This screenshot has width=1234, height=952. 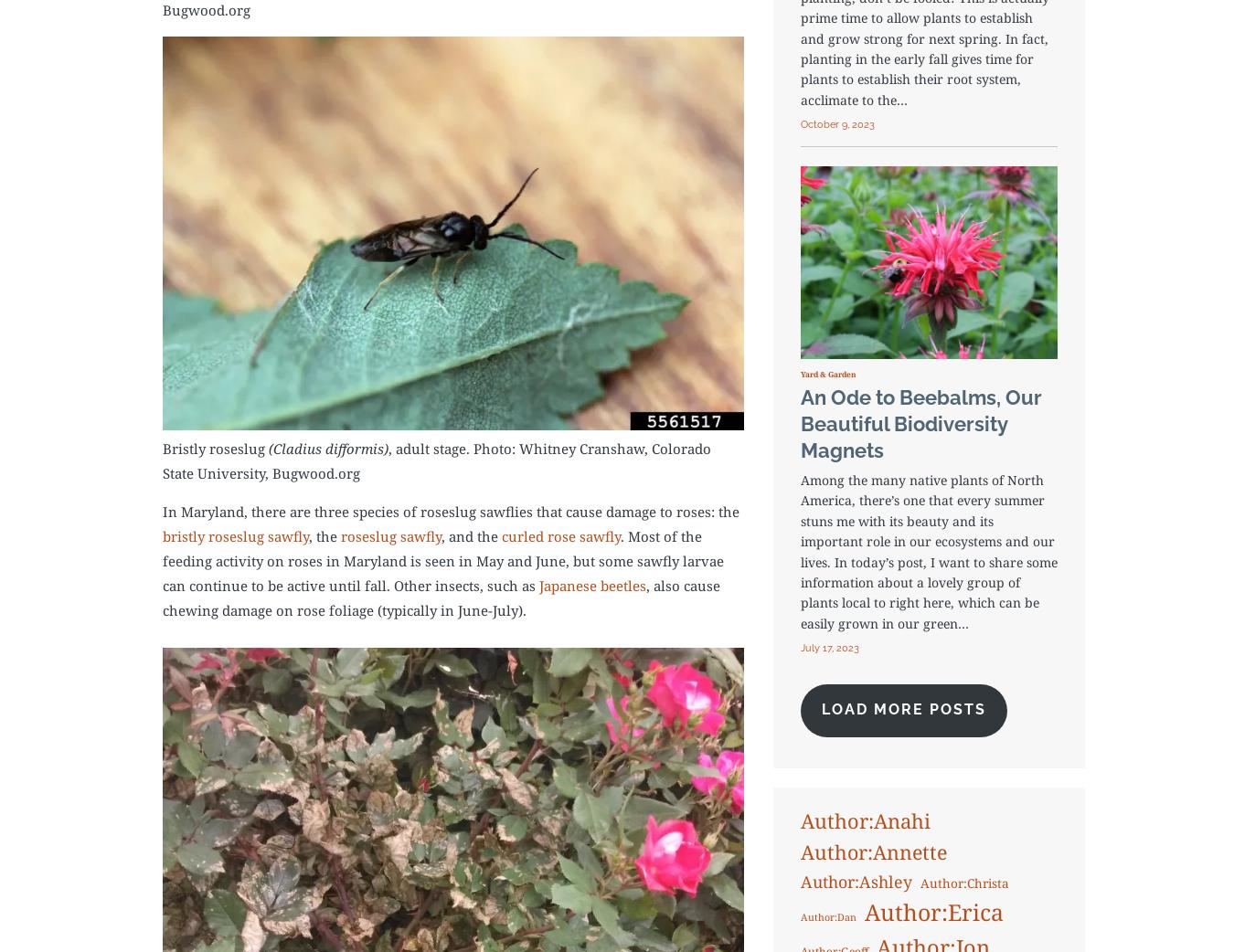 I want to click on 'Author:Ashley', so click(x=854, y=880).